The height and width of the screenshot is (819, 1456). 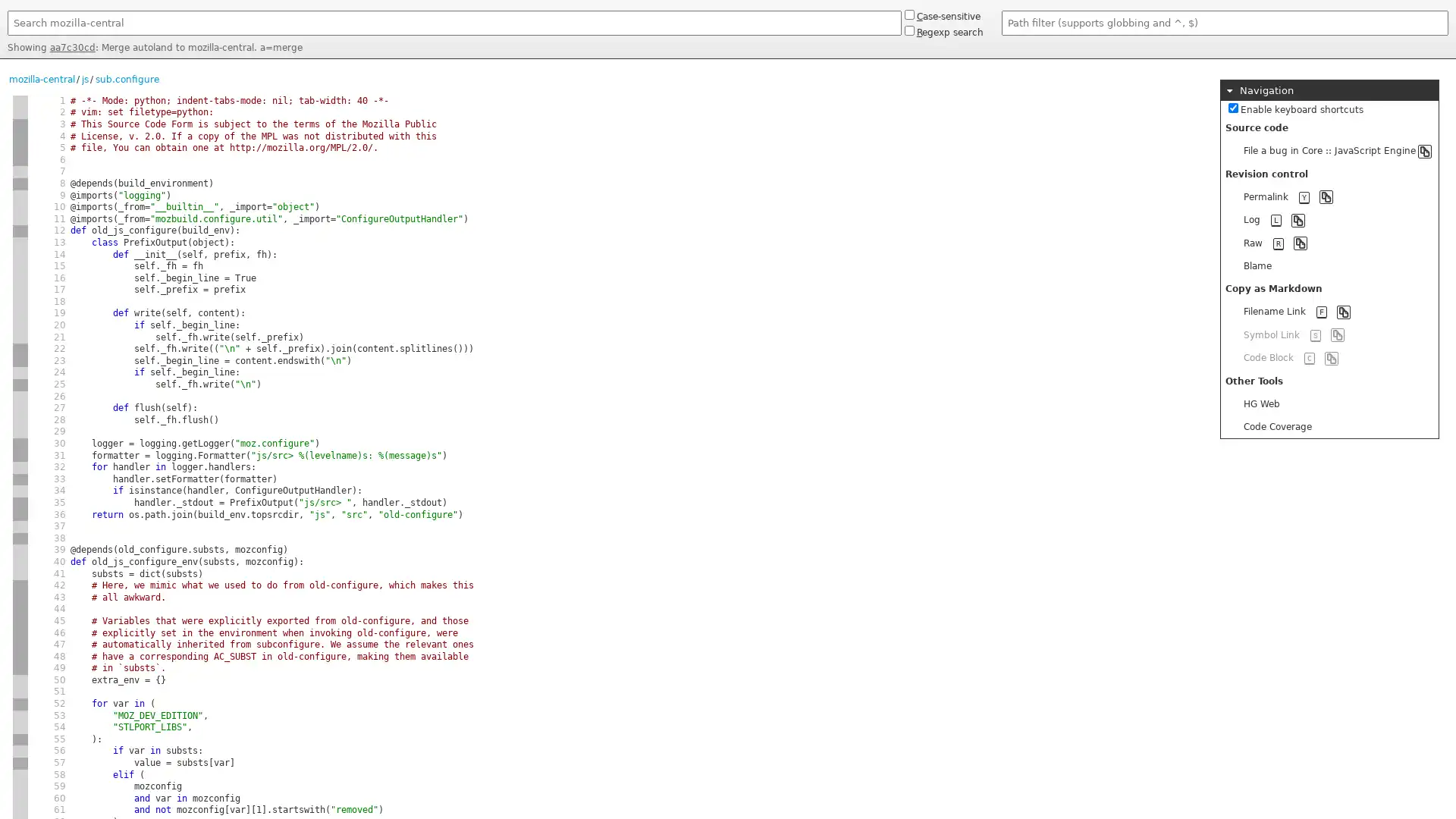 What do you see at coordinates (20, 752) in the screenshot?
I see `new hash 5` at bounding box center [20, 752].